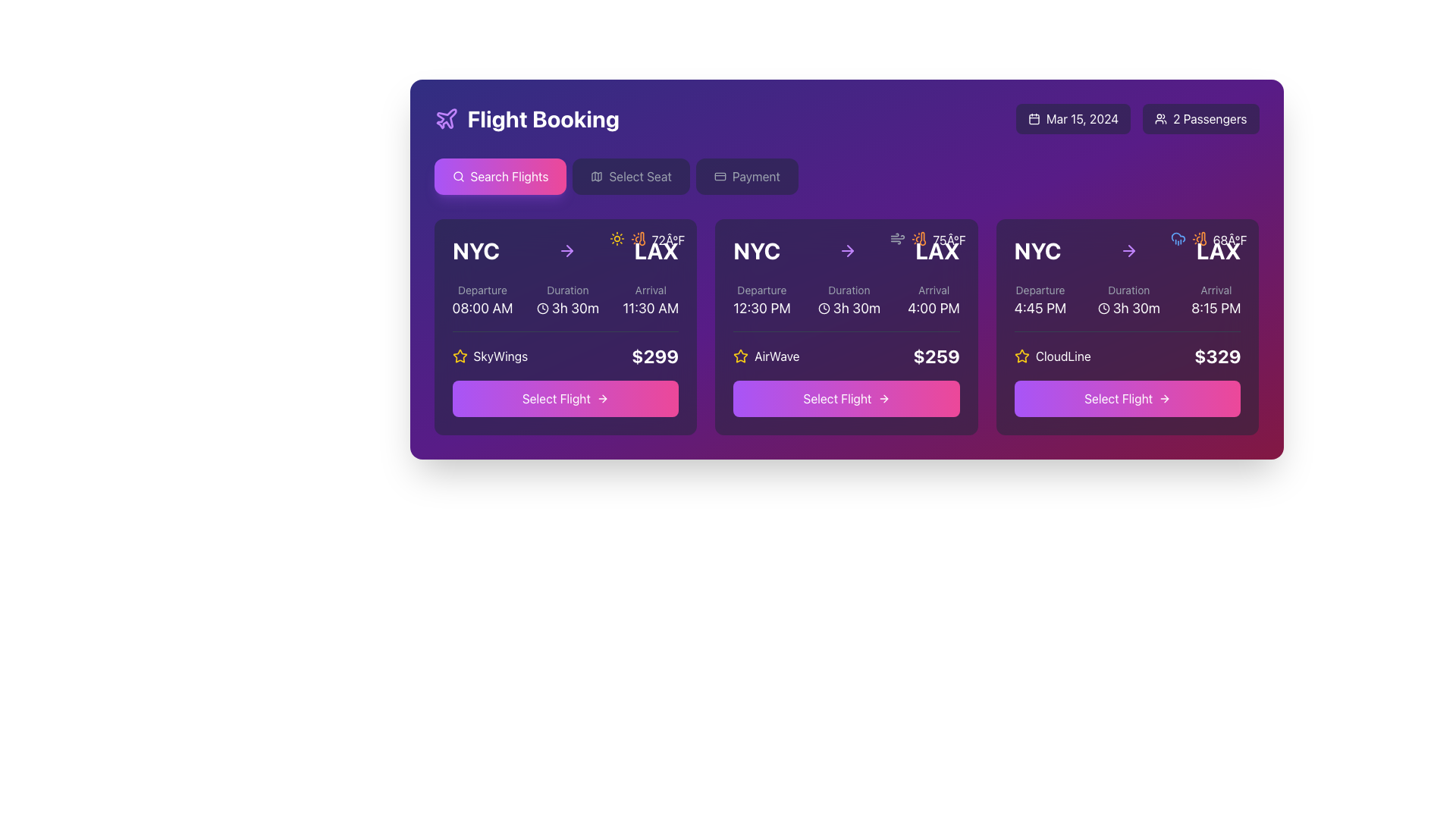 This screenshot has height=819, width=1456. I want to click on airline name element, which is located in the bottom-left section of the first flight option card, directly above the price '$299' and the 'Select Flight' button, so click(490, 356).